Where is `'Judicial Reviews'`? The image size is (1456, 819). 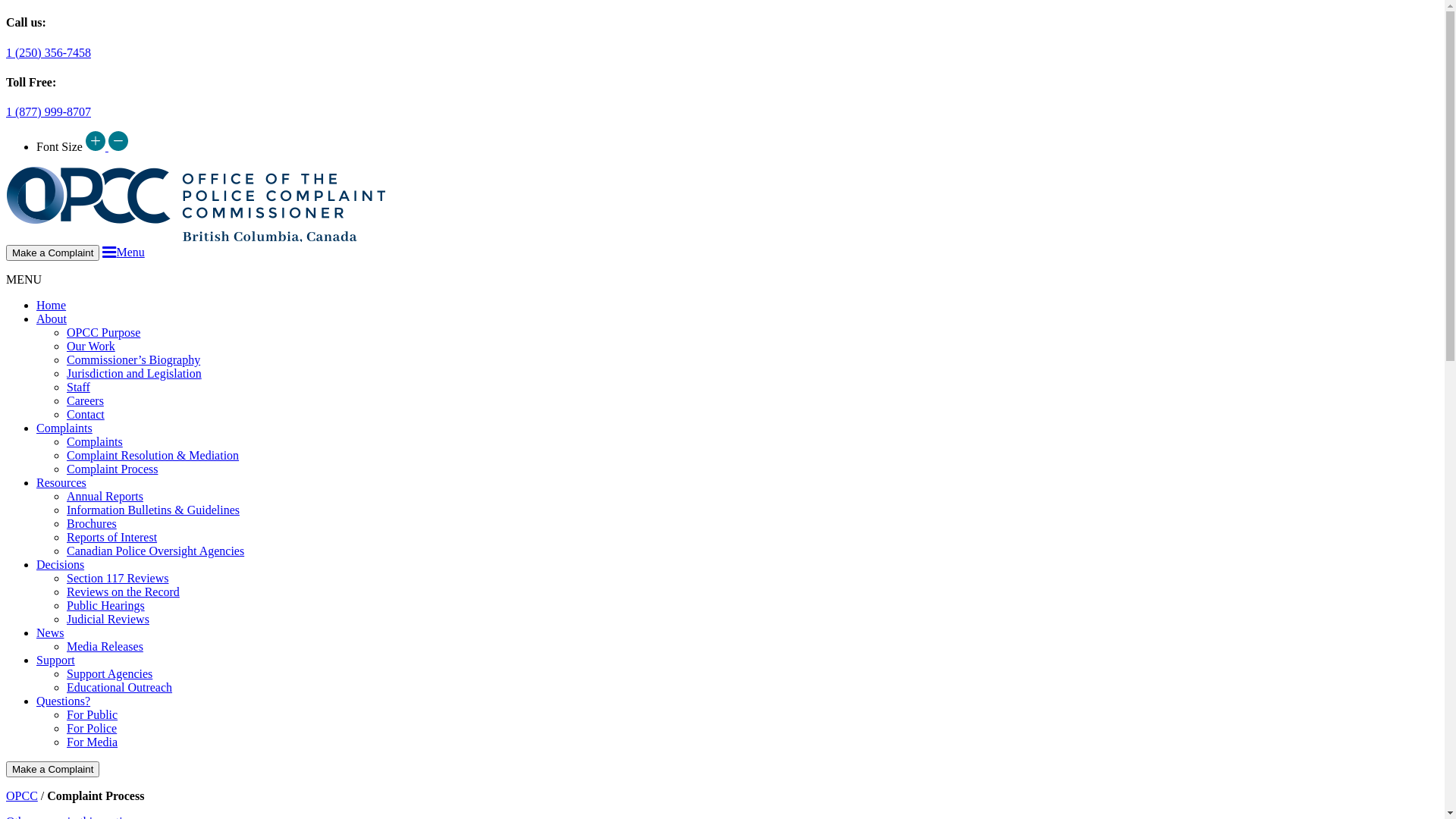
'Judicial Reviews' is located at coordinates (107, 619).